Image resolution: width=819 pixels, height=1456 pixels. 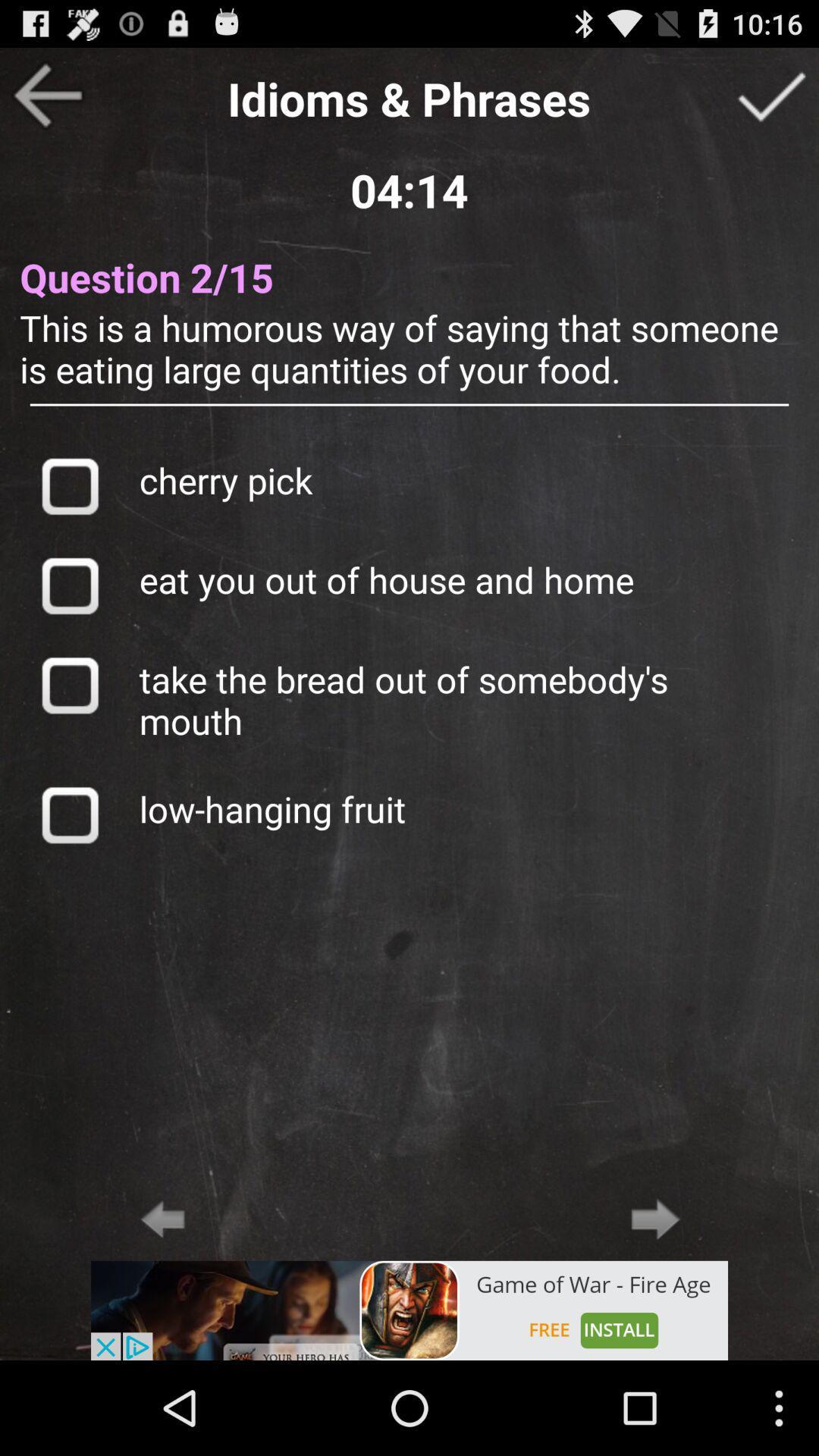 What do you see at coordinates (70, 585) in the screenshot?
I see `the box which is left side of the text eat you out of house and home` at bounding box center [70, 585].